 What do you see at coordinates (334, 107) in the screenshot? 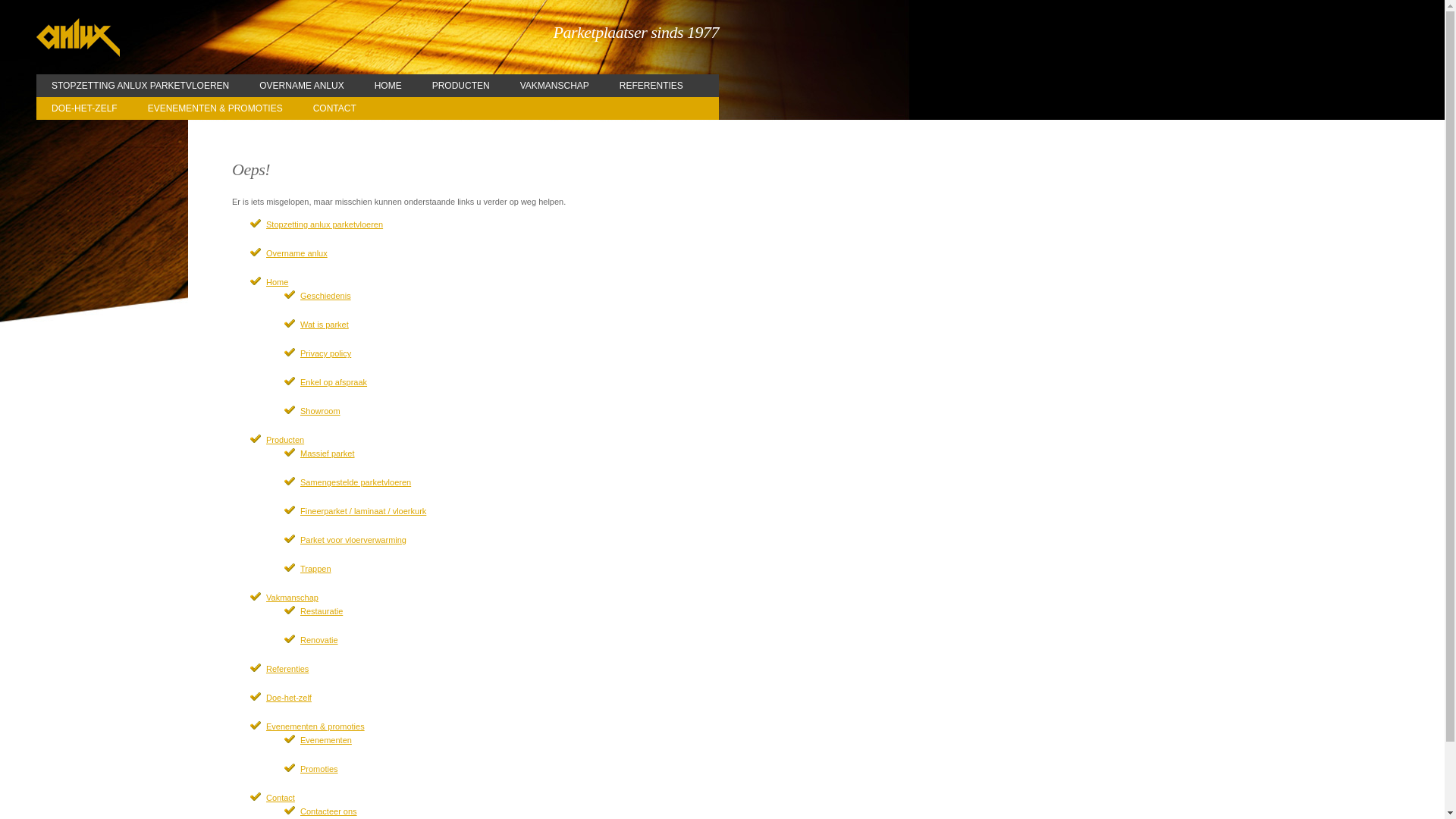
I see `'CONTACT'` at bounding box center [334, 107].